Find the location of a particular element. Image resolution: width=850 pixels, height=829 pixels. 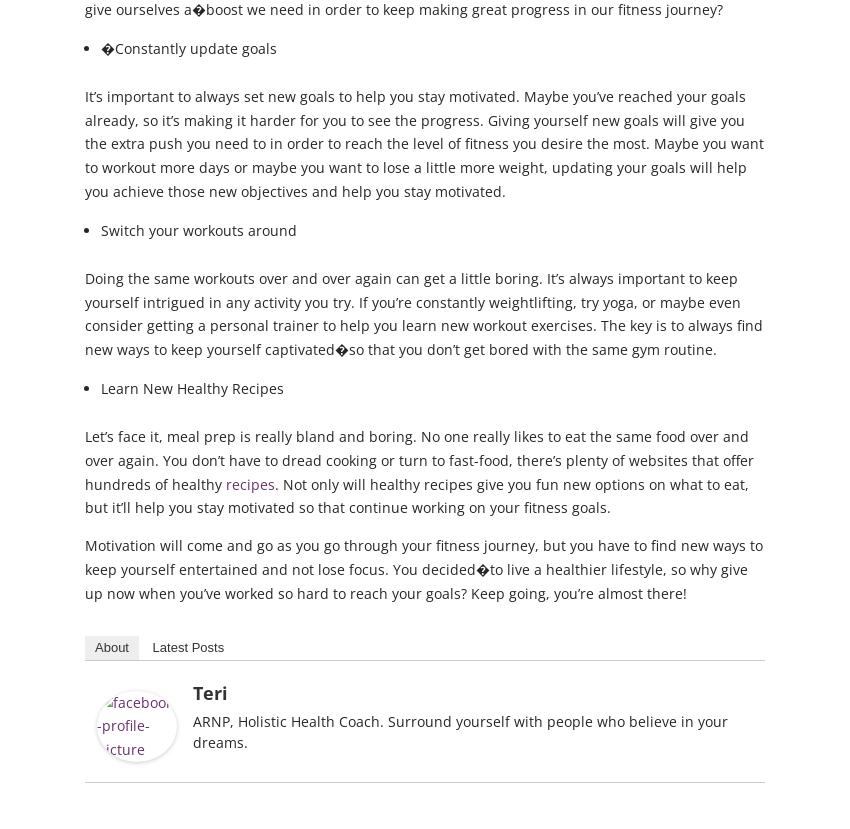

'Motivation will come and go as you go through your fitness journey, but you have to find new ways to keep yourself entertained and not lose focus. You decided�to live a healthier lifestyle, so why give up now when you’ve worked so hard to reach your goals? Keep going, you’re almost there!' is located at coordinates (423, 568).